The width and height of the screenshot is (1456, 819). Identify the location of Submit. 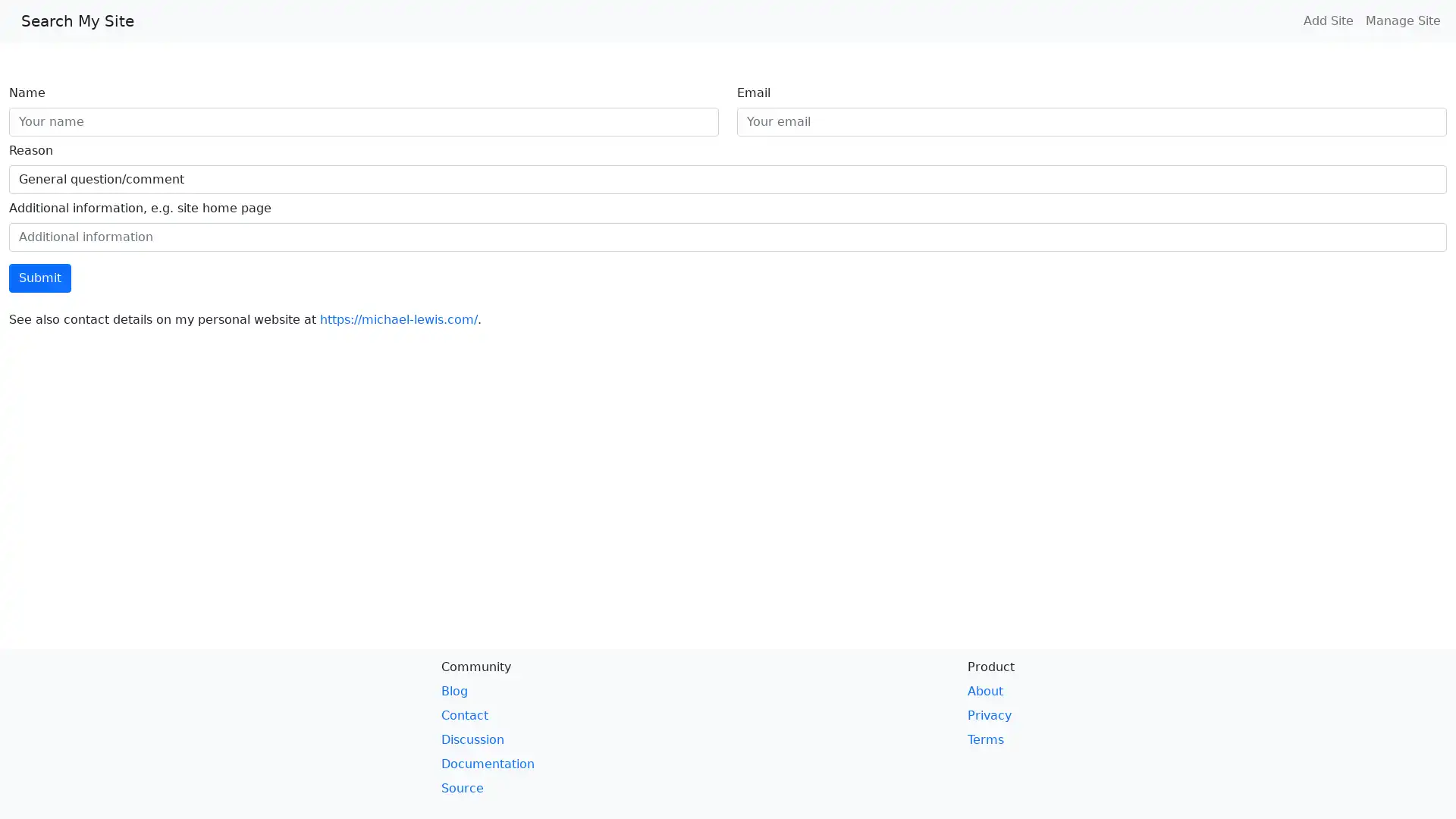
(39, 278).